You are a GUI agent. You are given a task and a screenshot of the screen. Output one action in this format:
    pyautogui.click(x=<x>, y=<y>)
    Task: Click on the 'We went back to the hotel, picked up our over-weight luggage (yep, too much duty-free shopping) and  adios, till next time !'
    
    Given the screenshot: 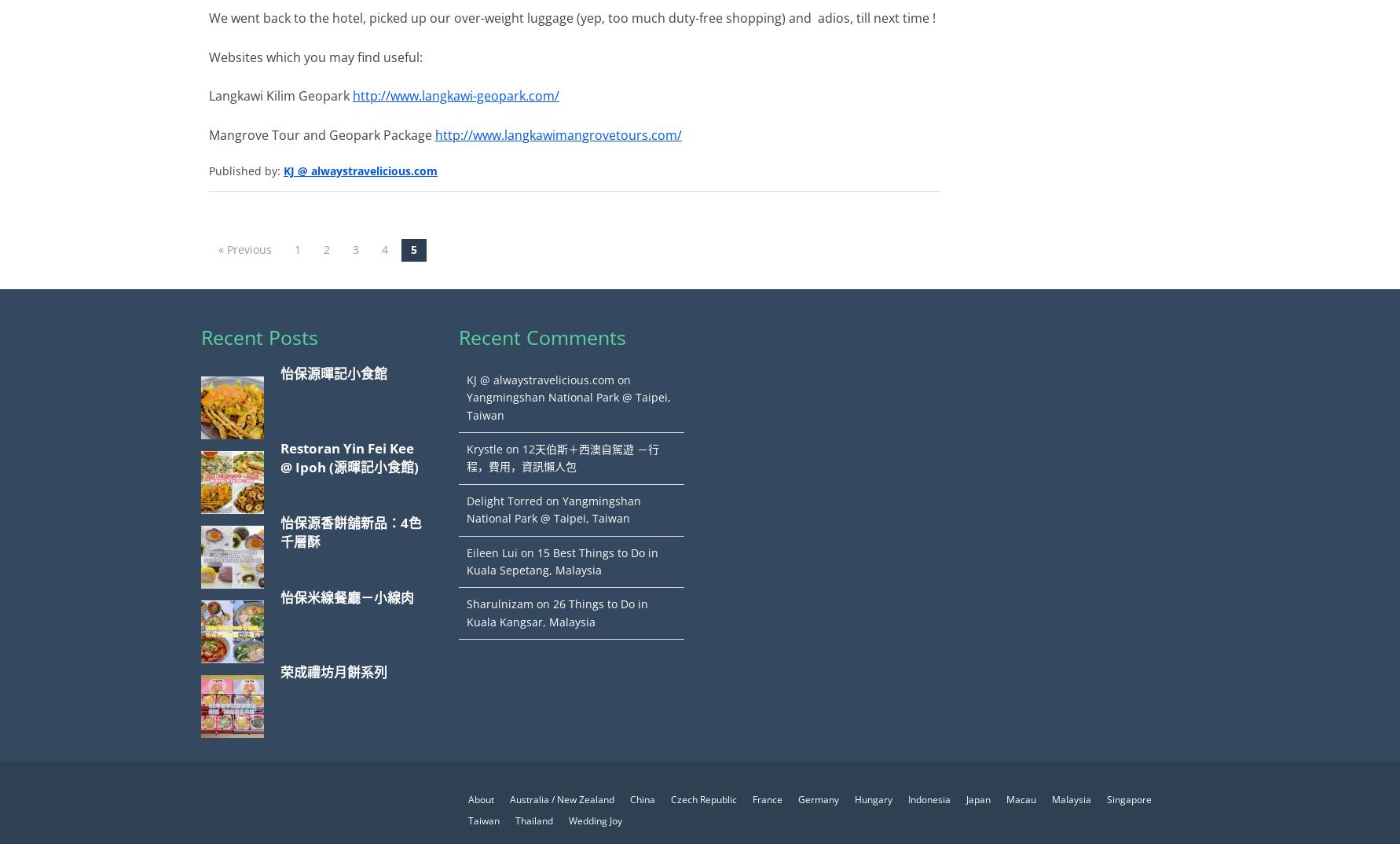 What is the action you would take?
    pyautogui.click(x=572, y=17)
    